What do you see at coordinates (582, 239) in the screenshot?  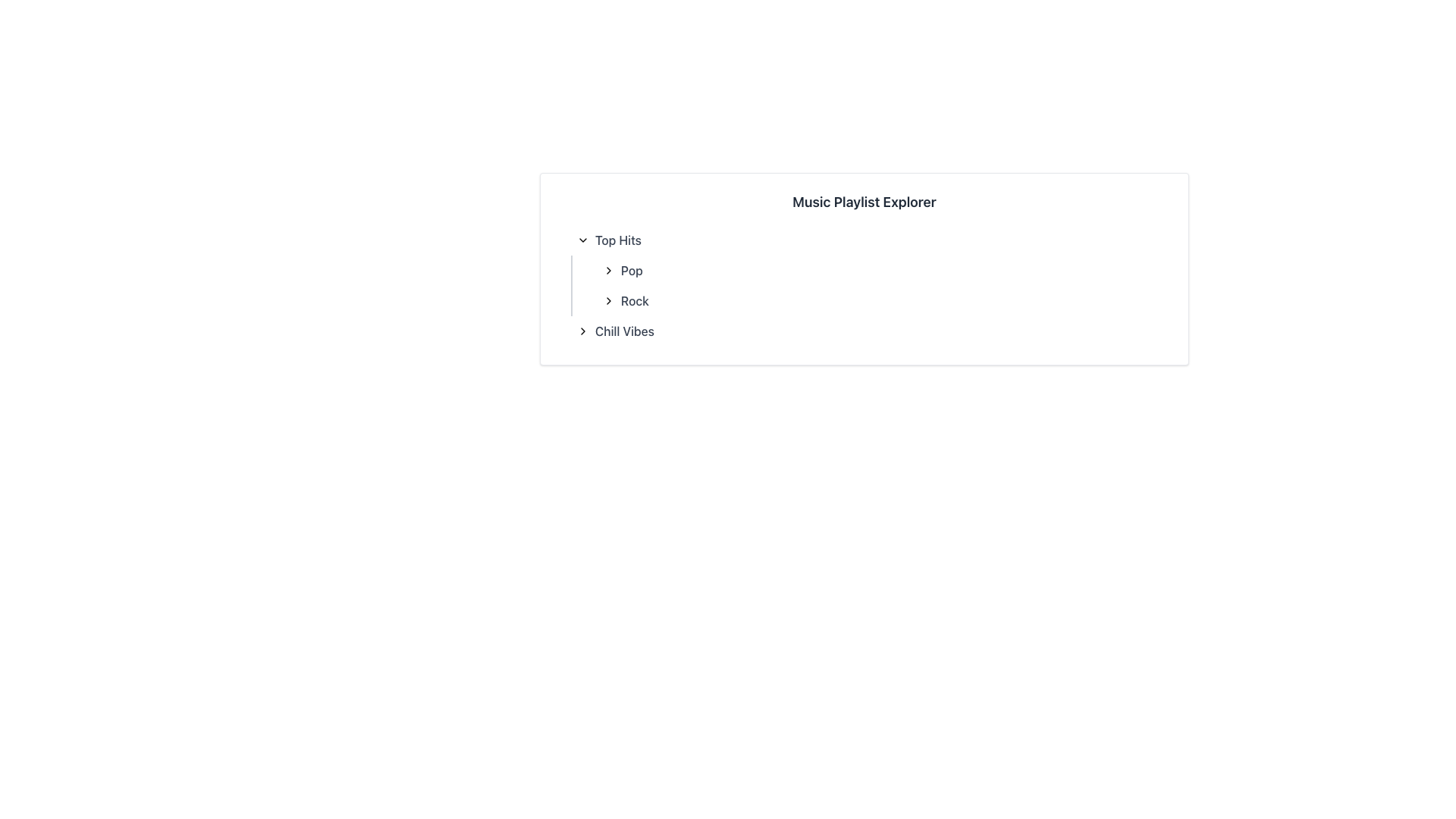 I see `the Dropdown Indicator (Chevron Icon) located to the left of the 'Top Hits' text in the Music Playlist Explorer interface` at bounding box center [582, 239].